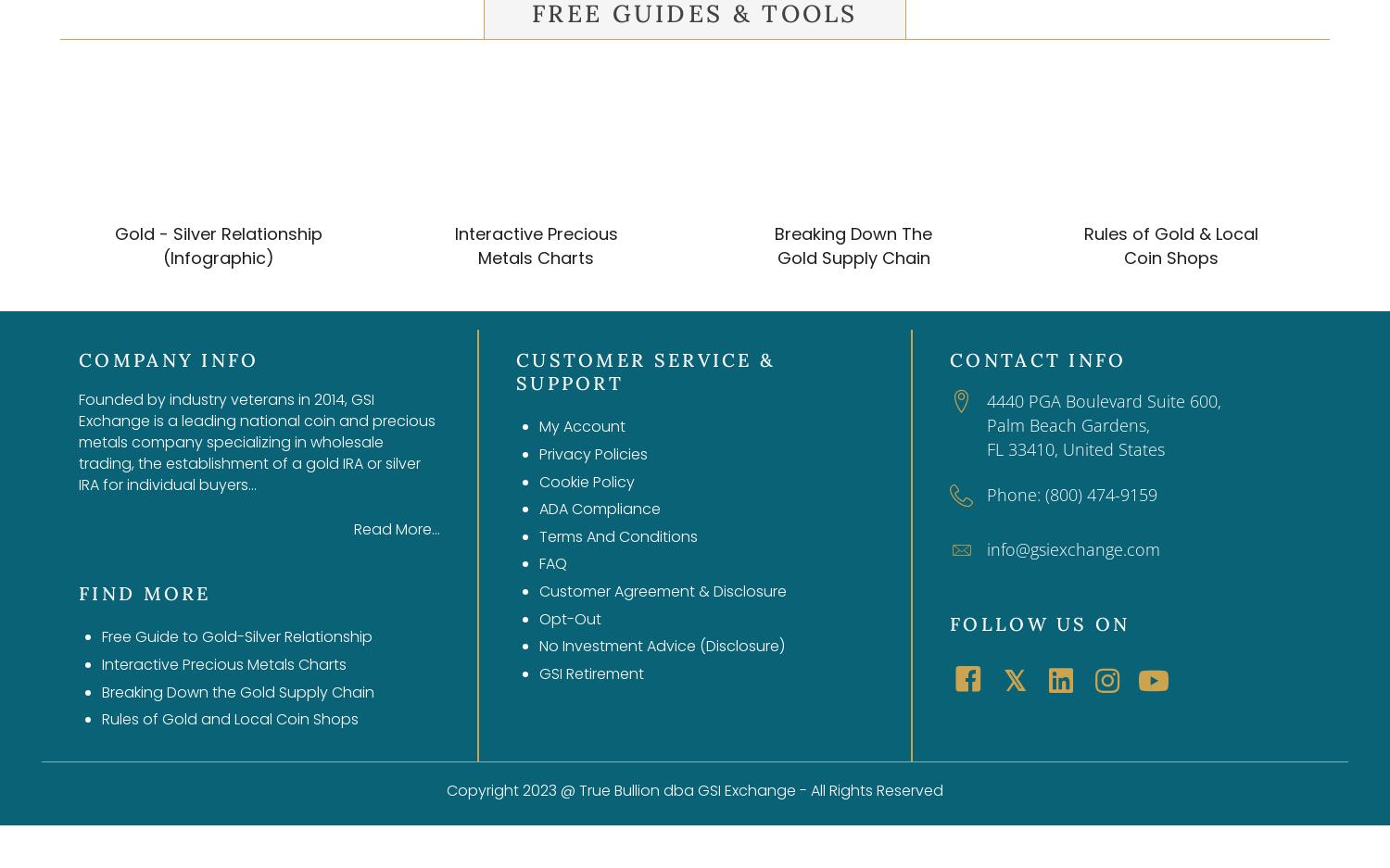 This screenshot has width=1390, height=868. What do you see at coordinates (1037, 359) in the screenshot?
I see `'CONTACT INFO'` at bounding box center [1037, 359].